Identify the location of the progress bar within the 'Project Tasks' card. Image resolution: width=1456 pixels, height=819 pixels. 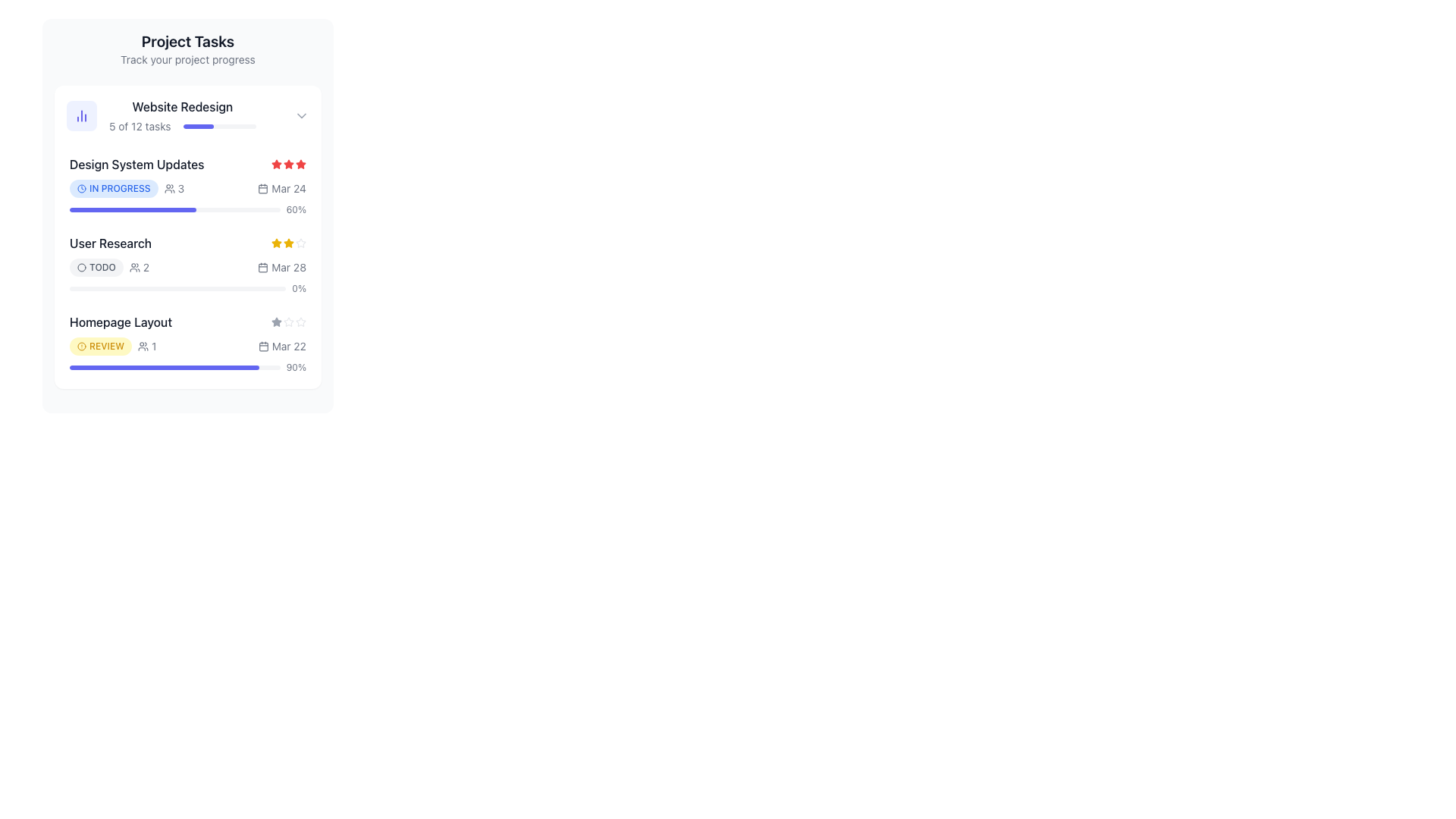
(187, 216).